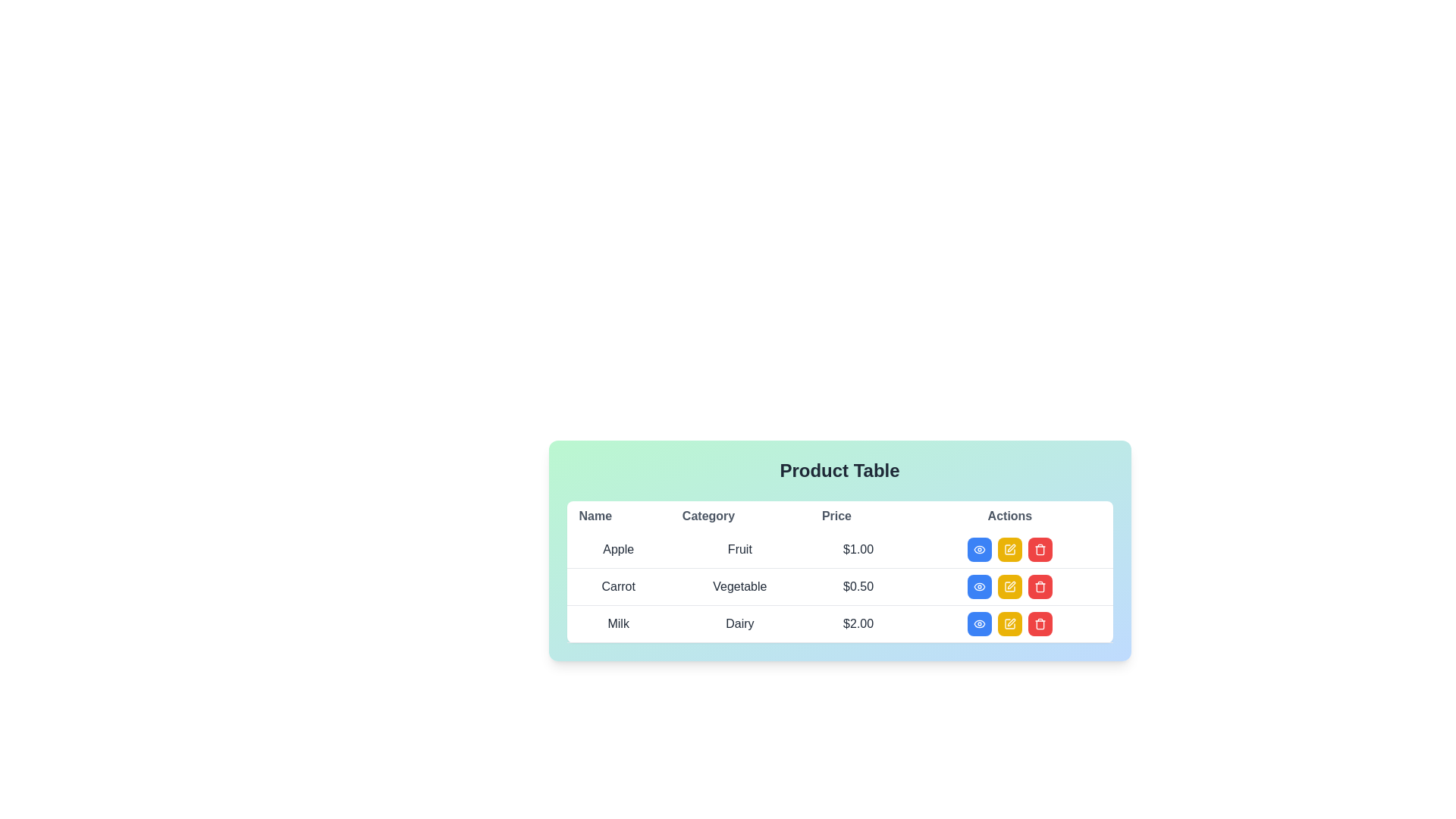 Image resolution: width=1456 pixels, height=819 pixels. What do you see at coordinates (1039, 587) in the screenshot?
I see `the trash can icon within the Actions column for the 'Milk' product` at bounding box center [1039, 587].